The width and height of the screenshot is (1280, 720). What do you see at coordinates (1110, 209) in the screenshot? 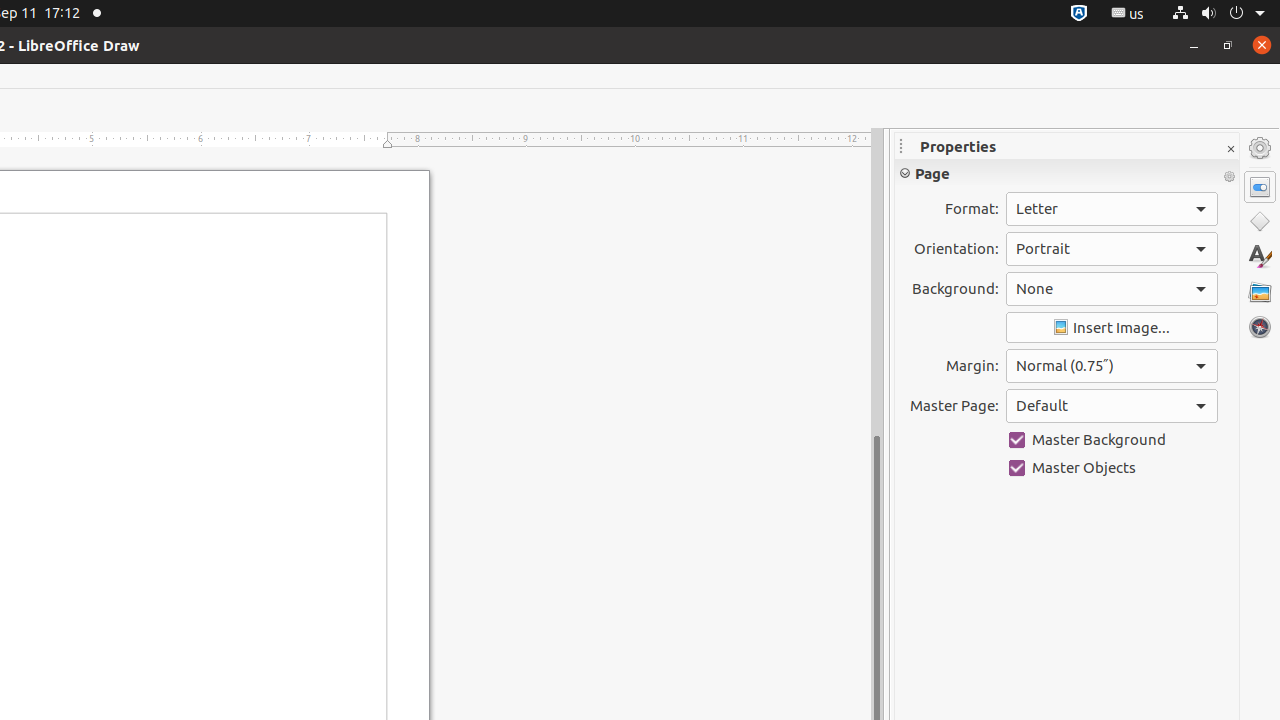
I see `'Format:'` at bounding box center [1110, 209].